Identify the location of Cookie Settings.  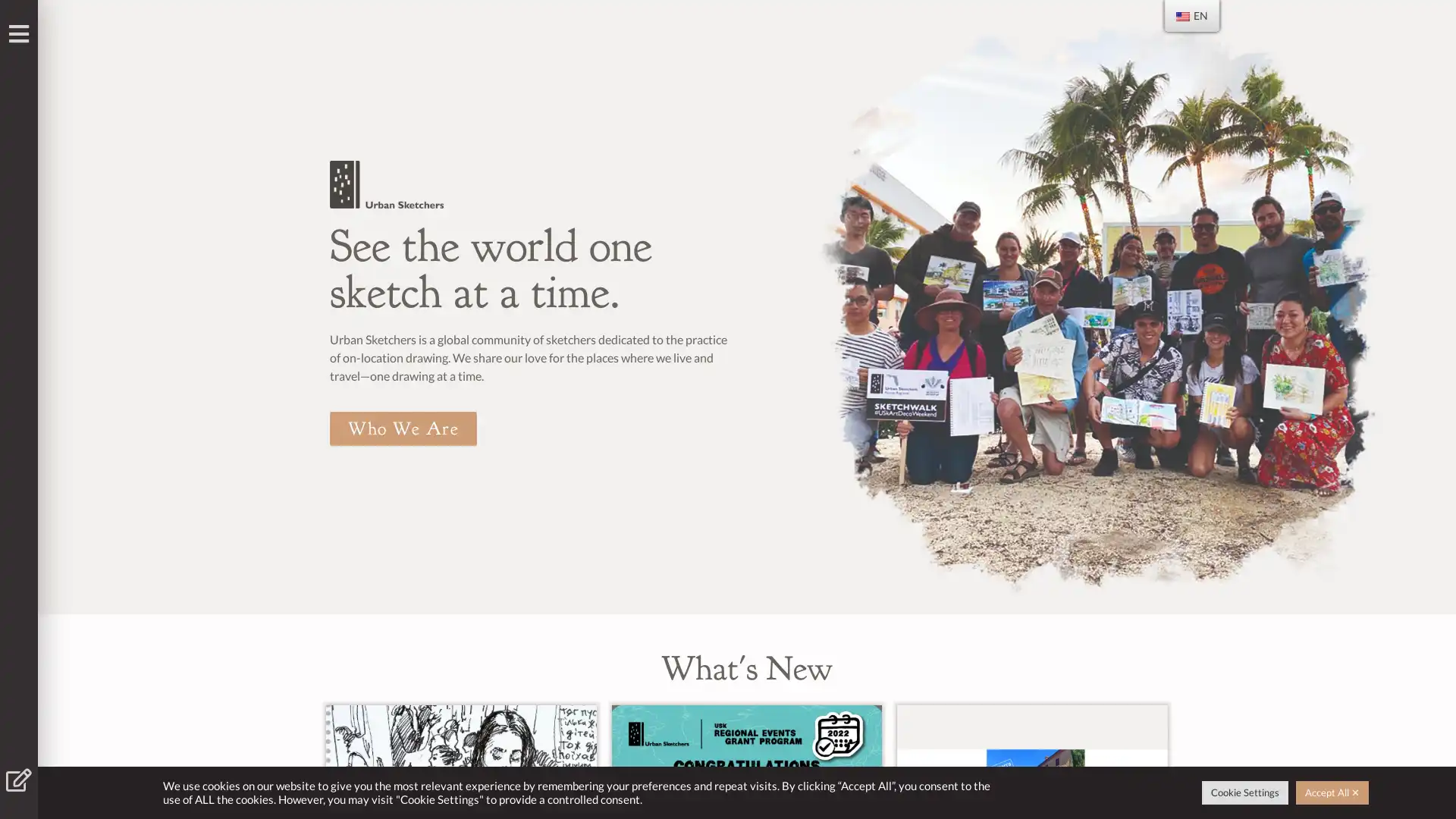
(1244, 792).